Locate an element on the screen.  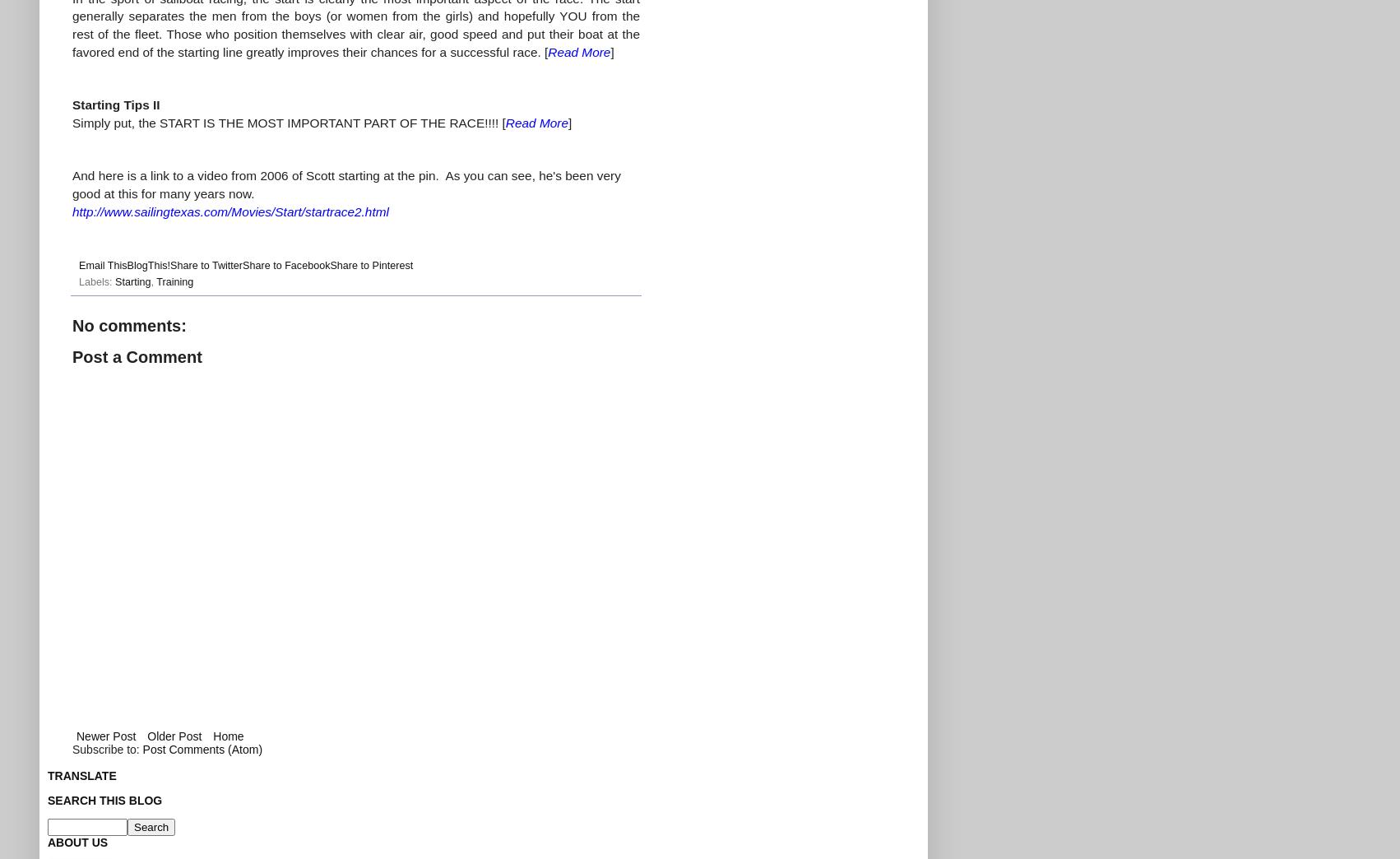
'Starting Tips II' is located at coordinates (72, 104).